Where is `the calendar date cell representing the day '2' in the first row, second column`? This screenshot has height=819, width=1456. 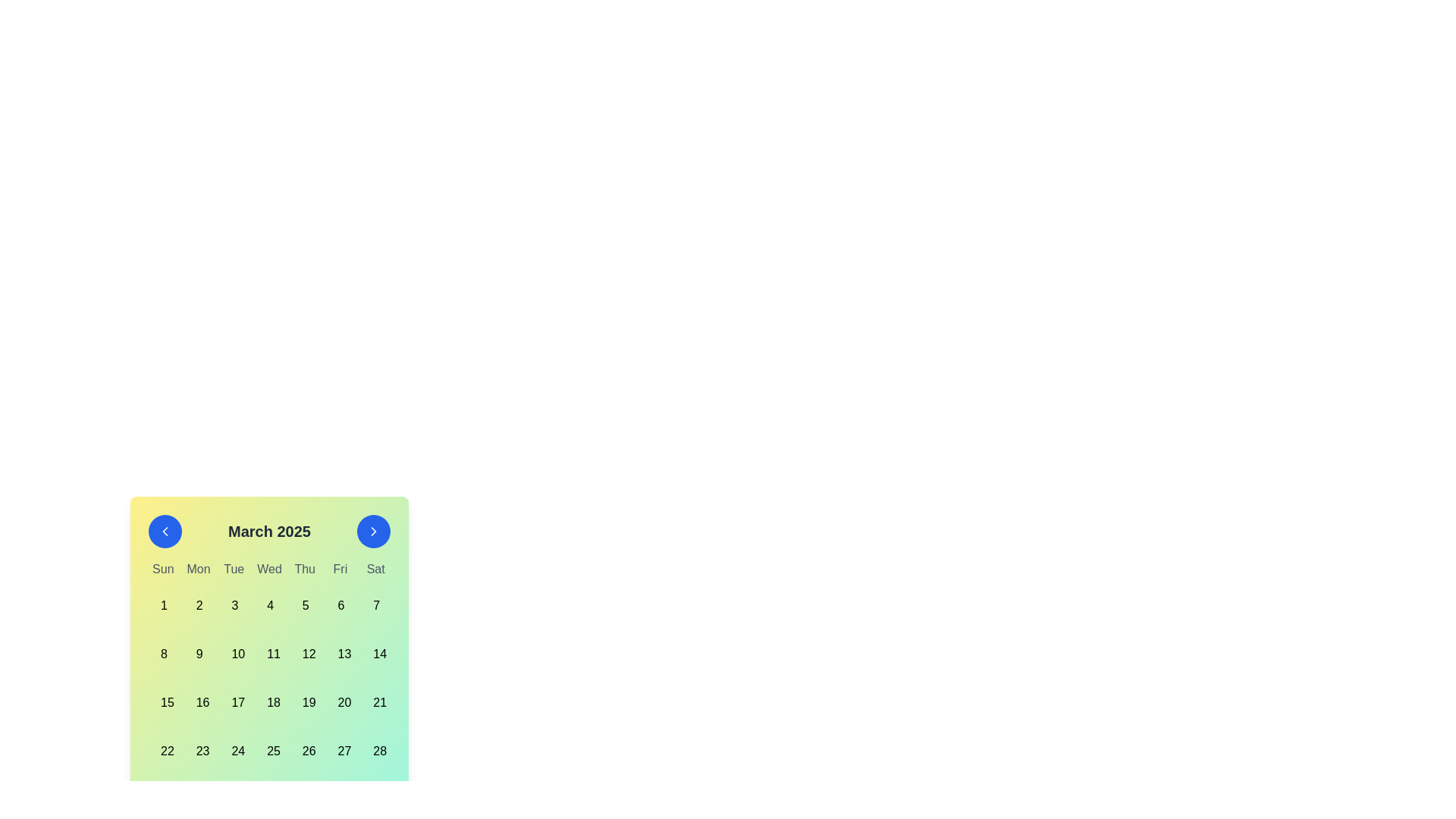
the calendar date cell representing the day '2' in the first row, second column is located at coordinates (198, 604).